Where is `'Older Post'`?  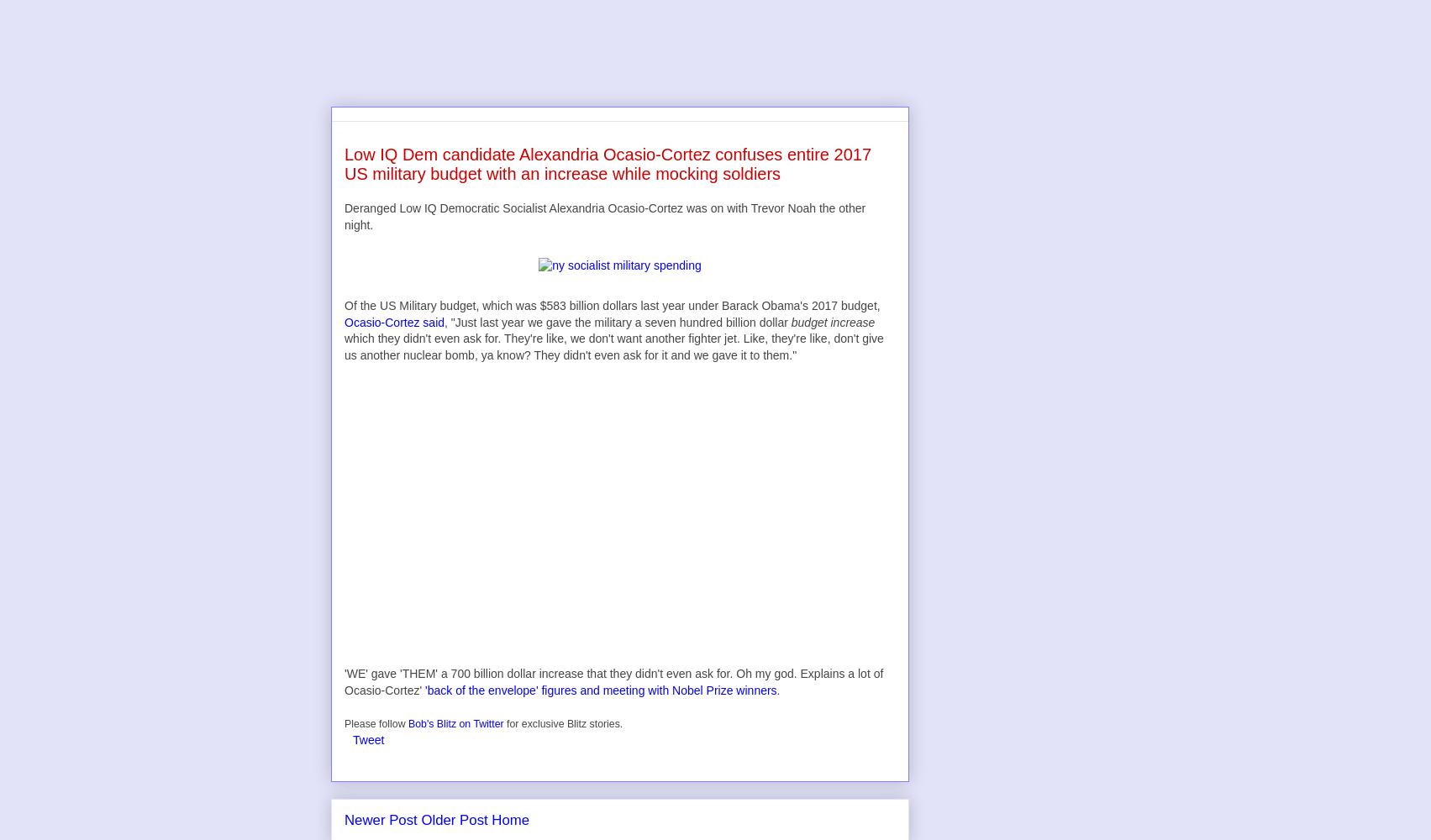
'Older Post' is located at coordinates (453, 818).